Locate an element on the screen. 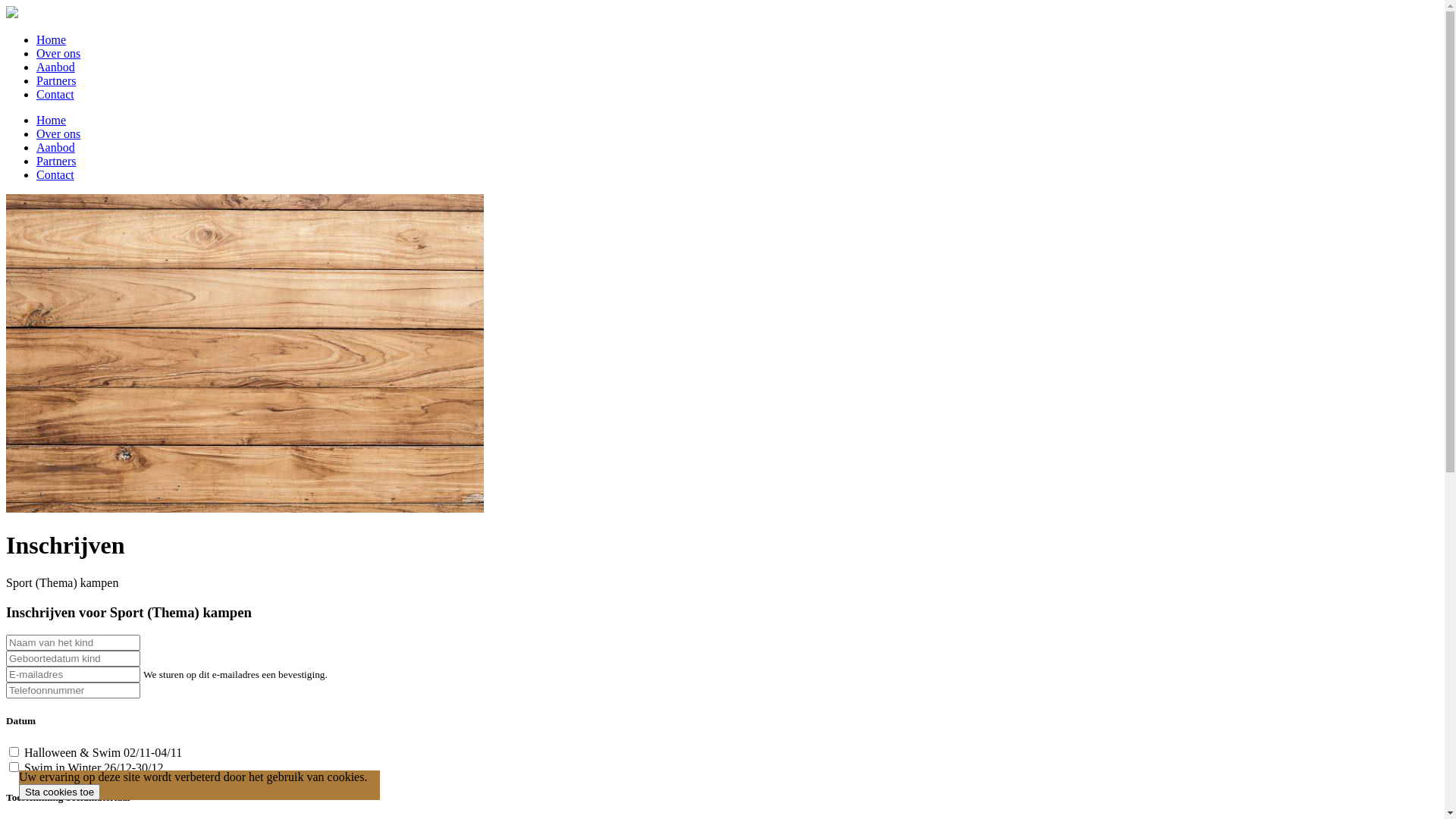 This screenshot has width=1456, height=819. 'Over ons' is located at coordinates (58, 52).